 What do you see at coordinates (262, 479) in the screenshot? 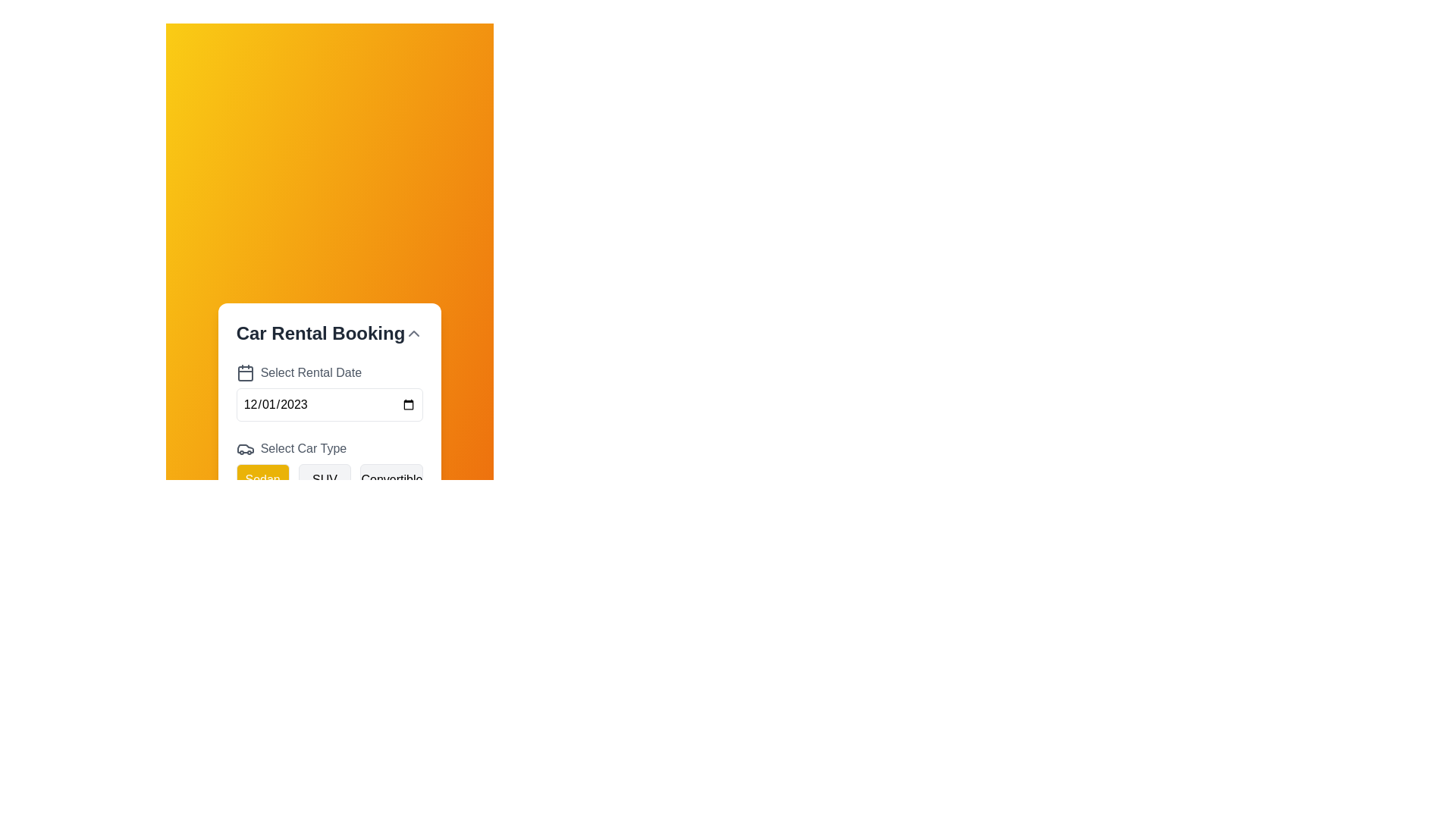
I see `the 'Sedan' button` at bounding box center [262, 479].